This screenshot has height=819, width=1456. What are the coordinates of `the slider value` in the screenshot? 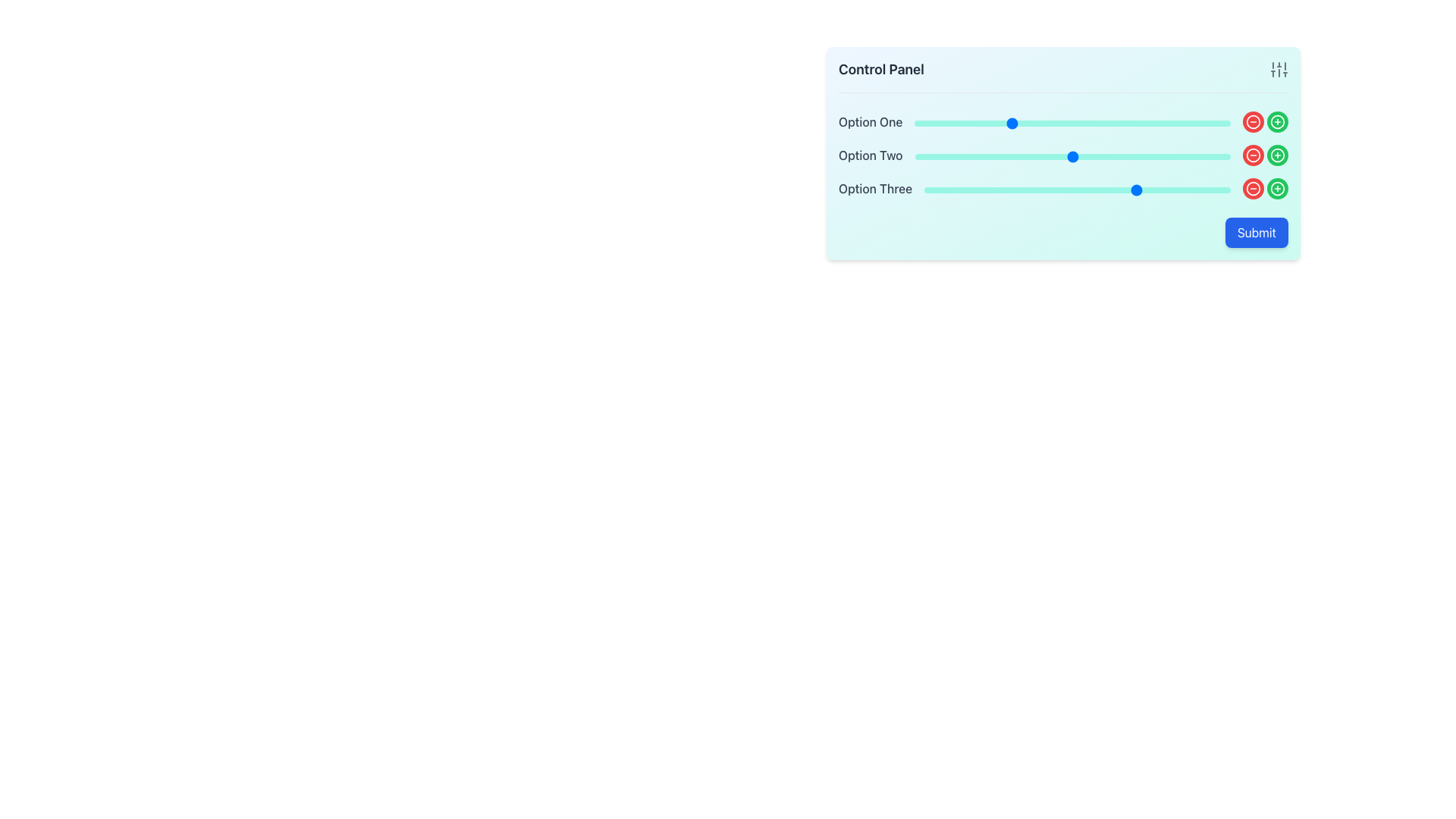 It's located at (1199, 189).